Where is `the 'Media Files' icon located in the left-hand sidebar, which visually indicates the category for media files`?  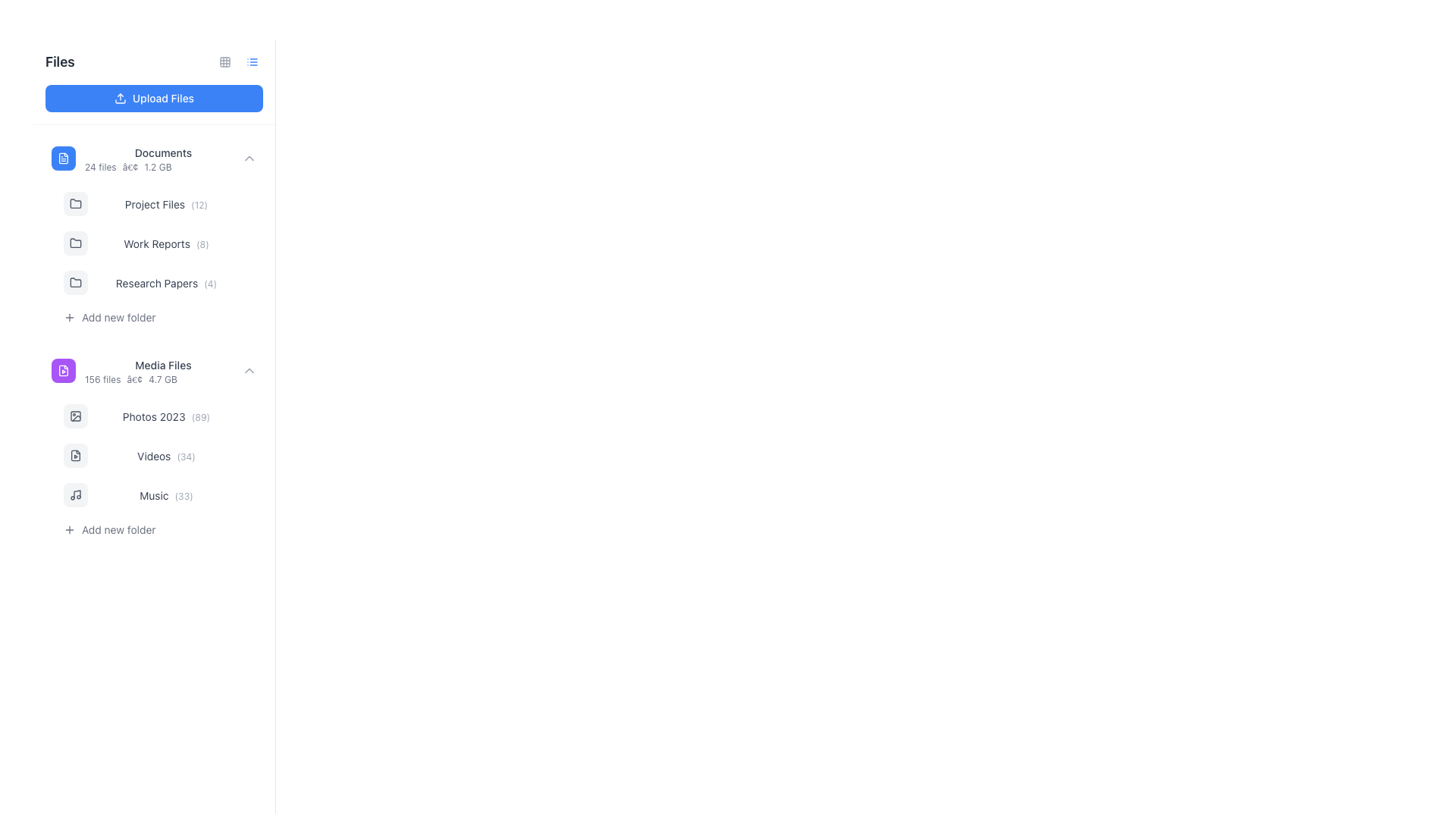
the 'Media Files' icon located in the left-hand sidebar, which visually indicates the category for media files is located at coordinates (62, 371).